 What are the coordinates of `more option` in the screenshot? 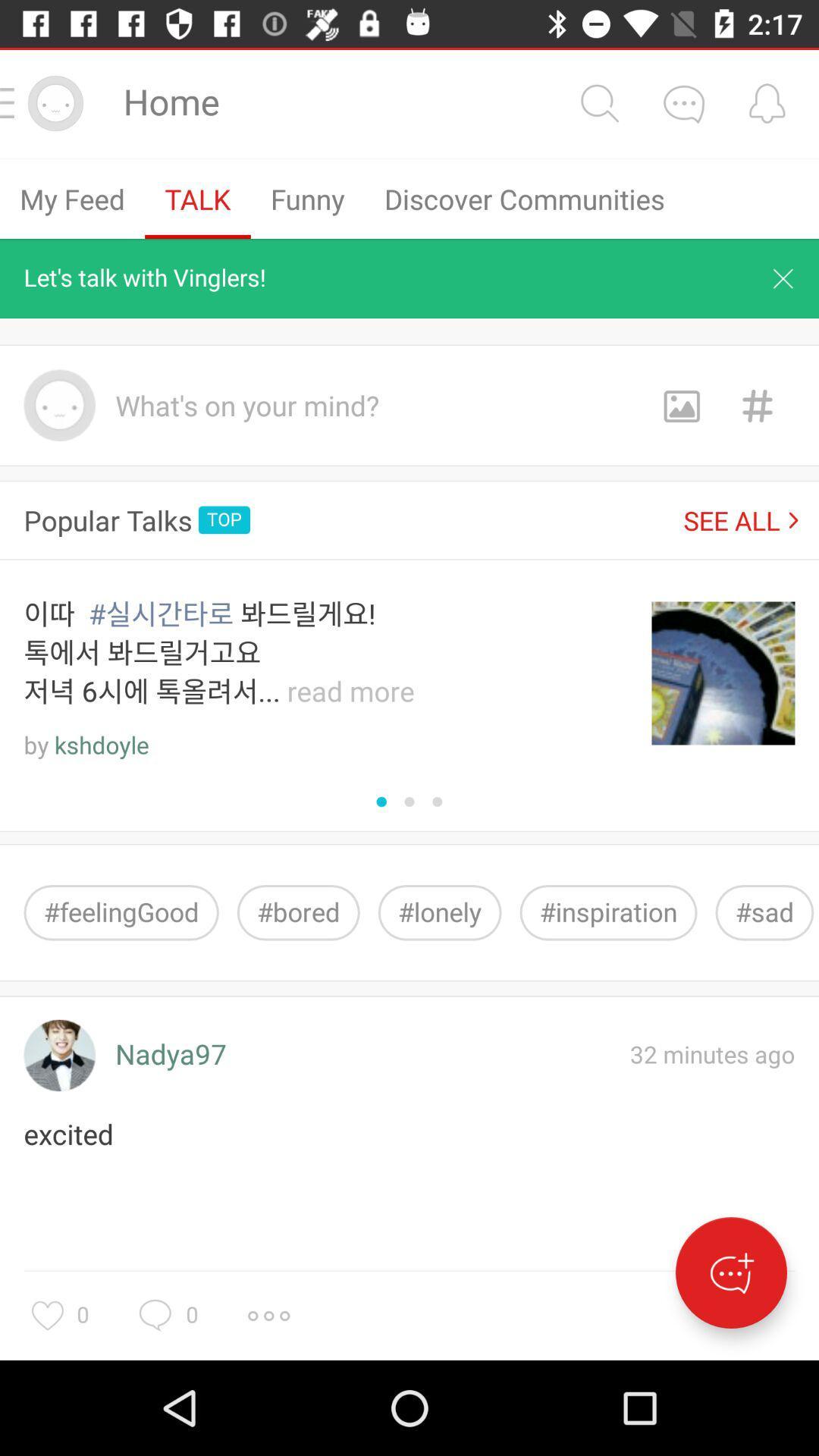 It's located at (268, 1315).